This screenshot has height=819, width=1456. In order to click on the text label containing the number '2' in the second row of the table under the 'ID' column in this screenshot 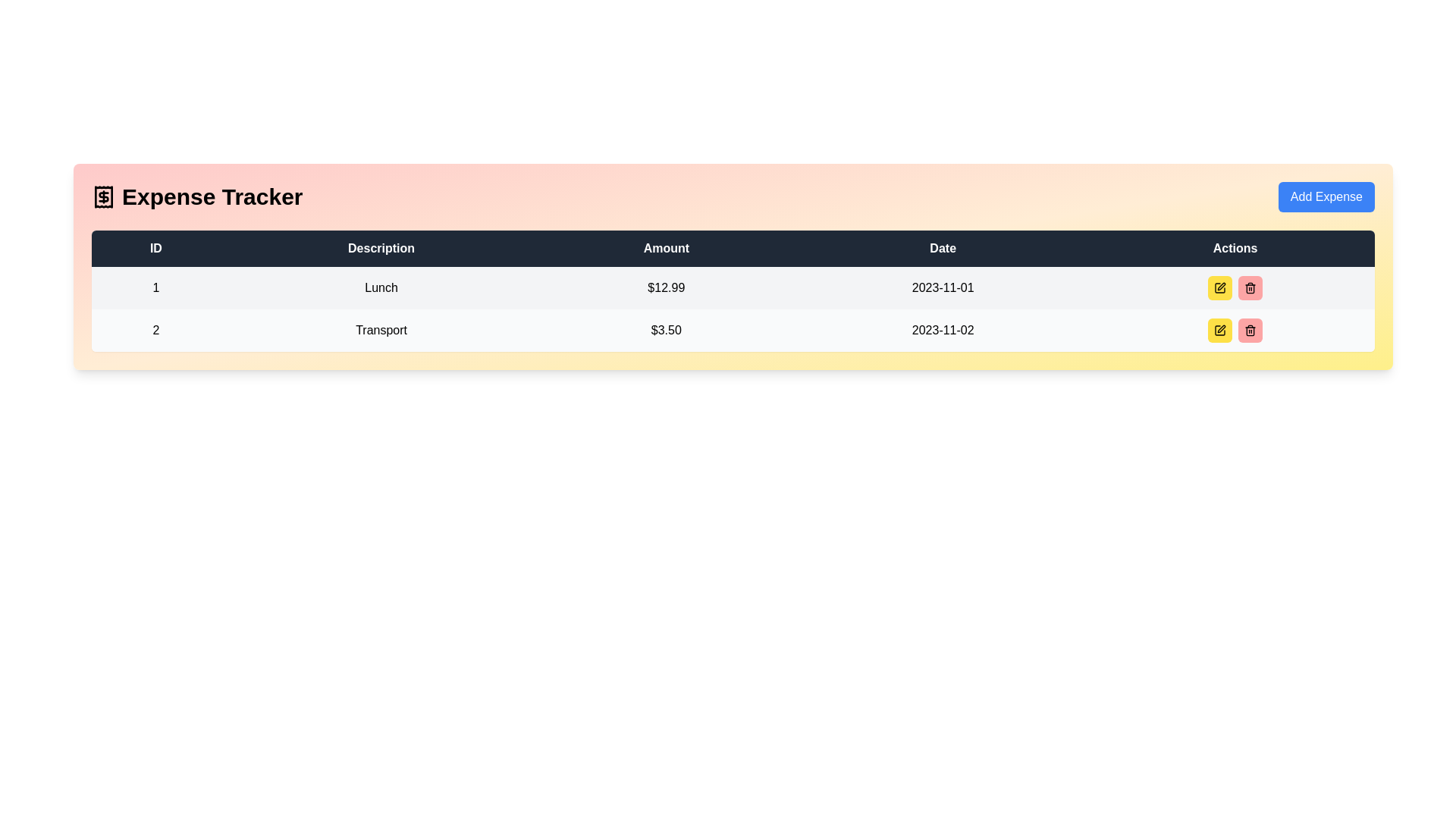, I will do `click(155, 329)`.